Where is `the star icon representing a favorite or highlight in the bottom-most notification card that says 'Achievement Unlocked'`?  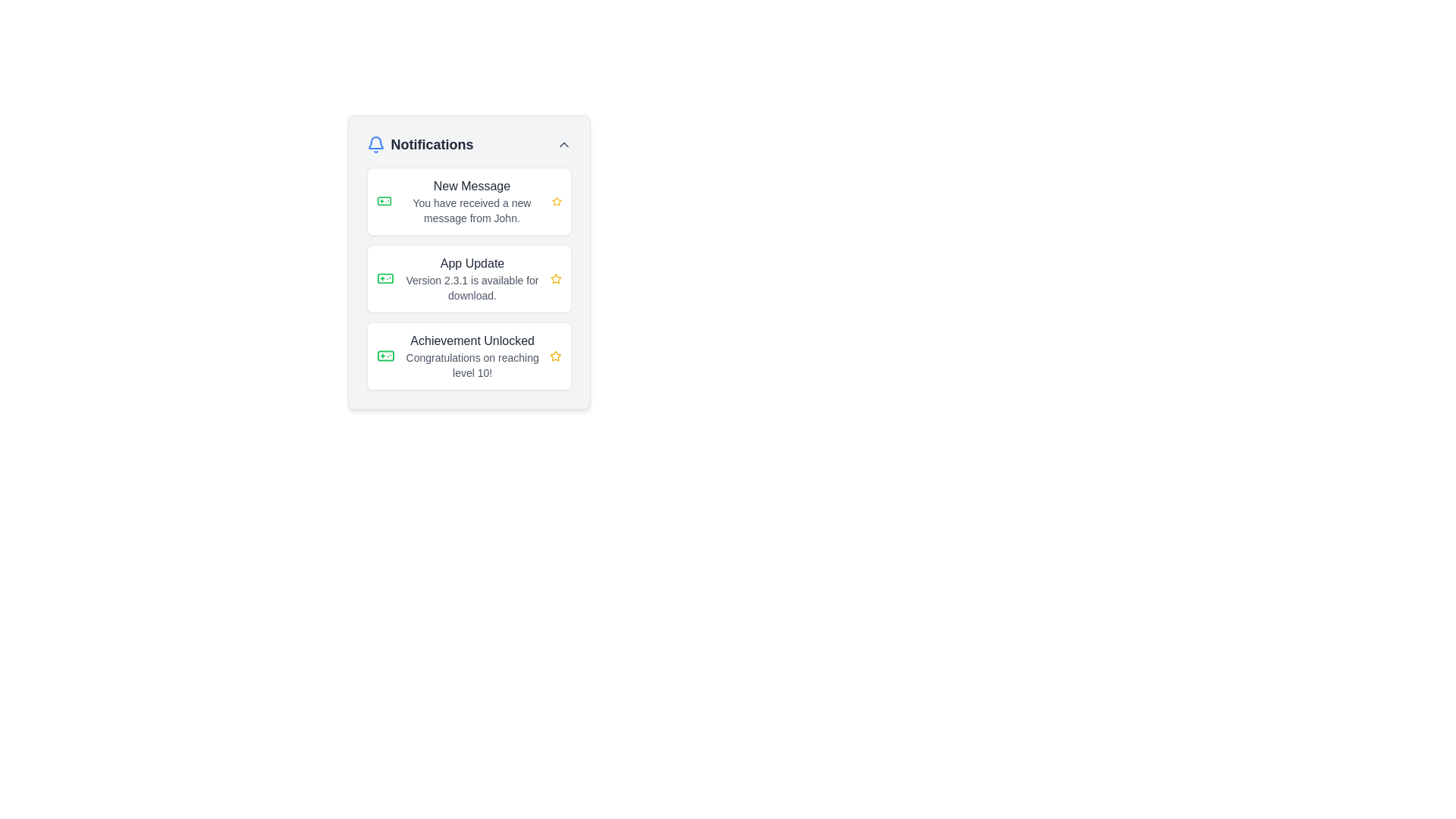
the star icon representing a favorite or highlight in the bottom-most notification card that says 'Achievement Unlocked' is located at coordinates (554, 356).